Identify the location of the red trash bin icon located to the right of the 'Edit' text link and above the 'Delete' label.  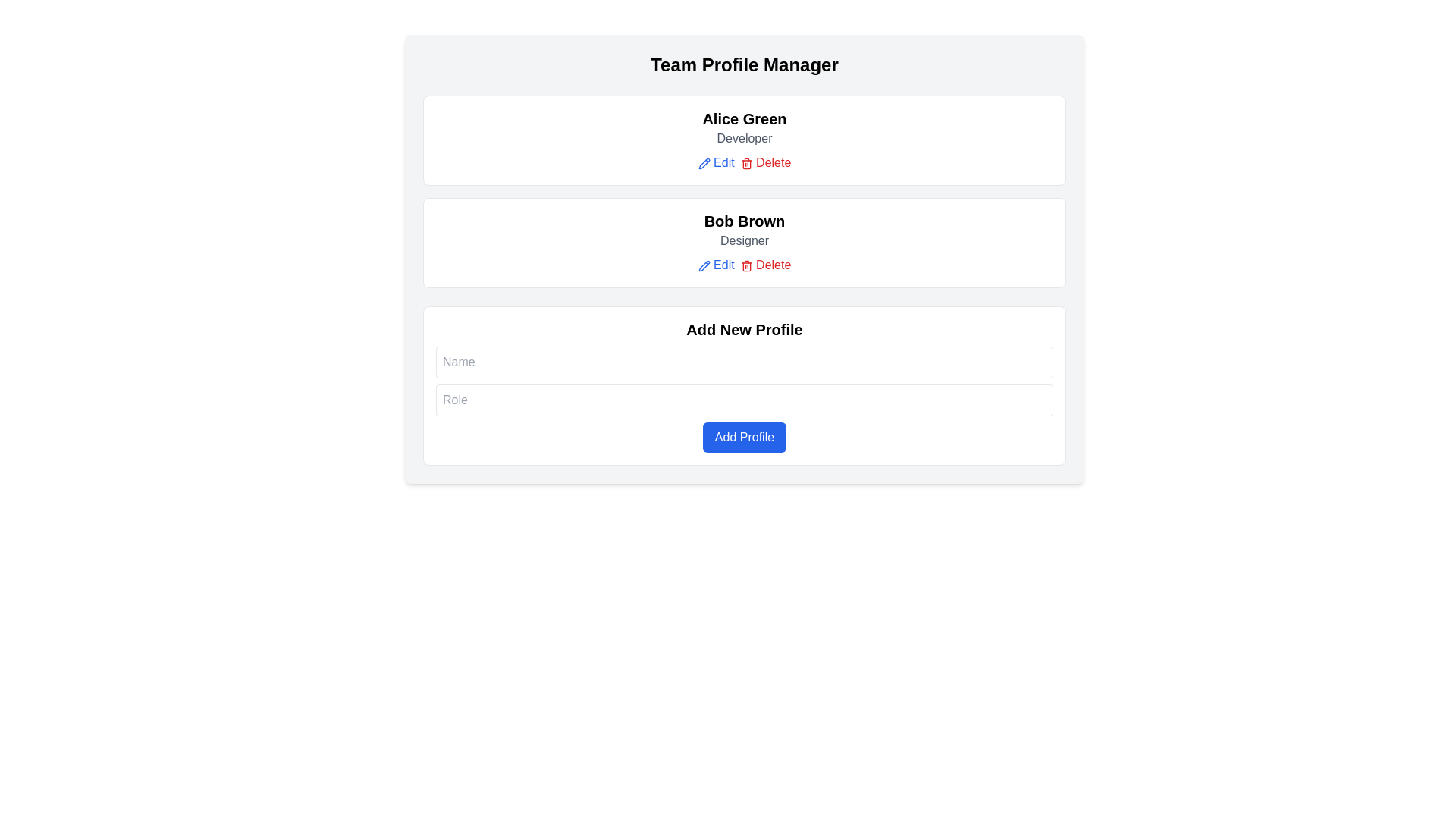
(746, 265).